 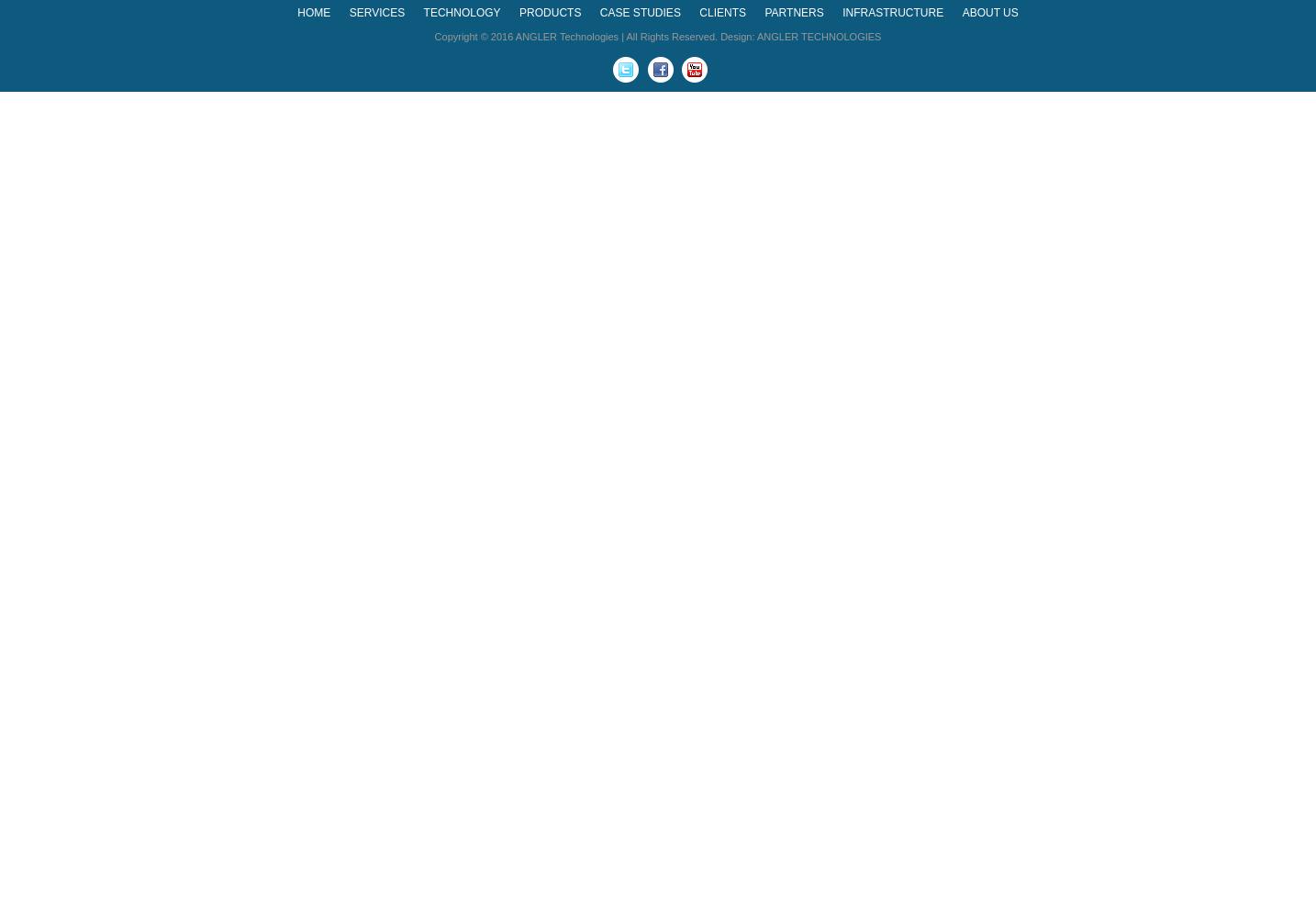 What do you see at coordinates (818, 36) in the screenshot?
I see `'ANGLER TECHNOLOGIES'` at bounding box center [818, 36].